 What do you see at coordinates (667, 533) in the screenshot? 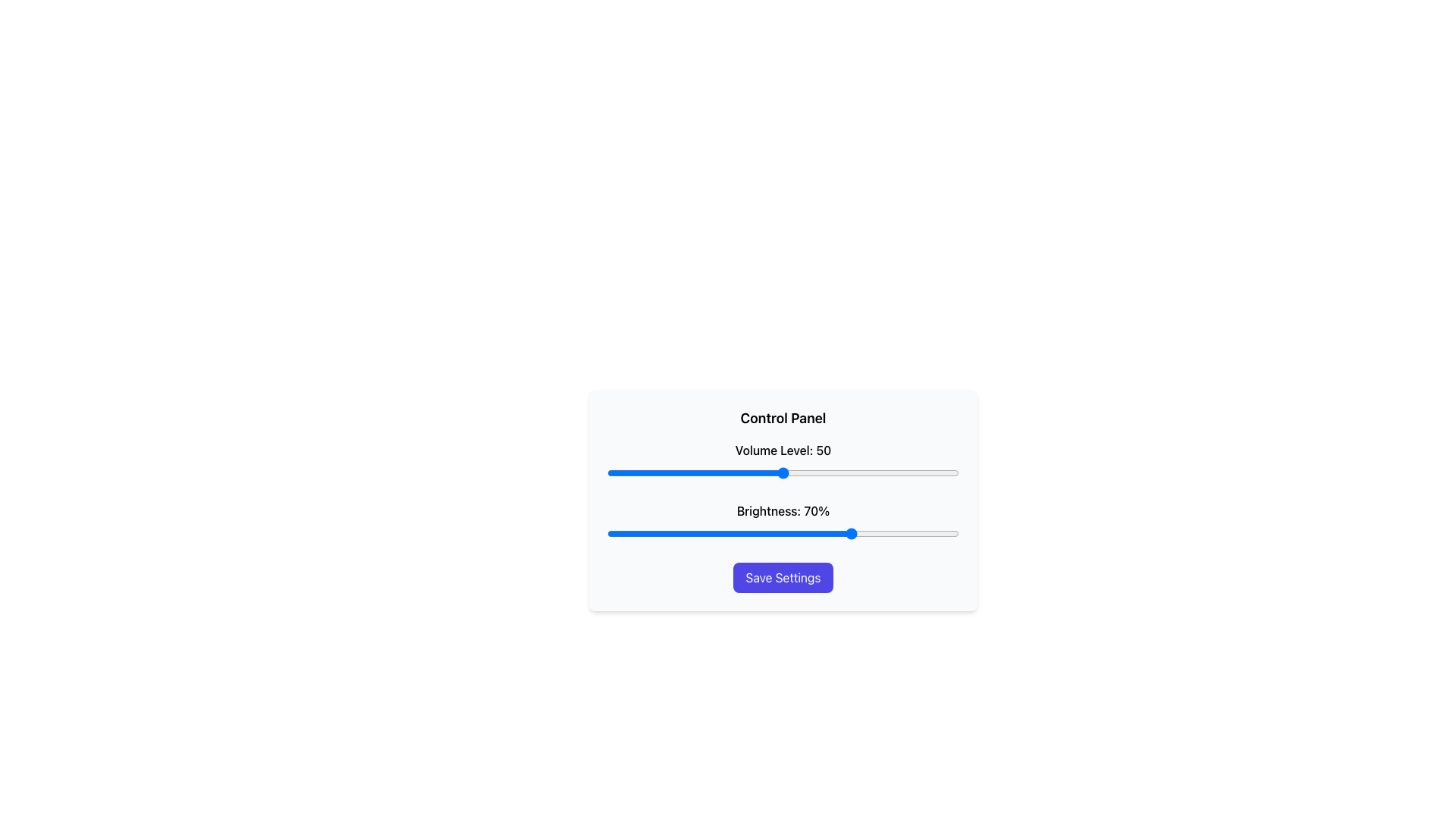
I see `brightness` at bounding box center [667, 533].